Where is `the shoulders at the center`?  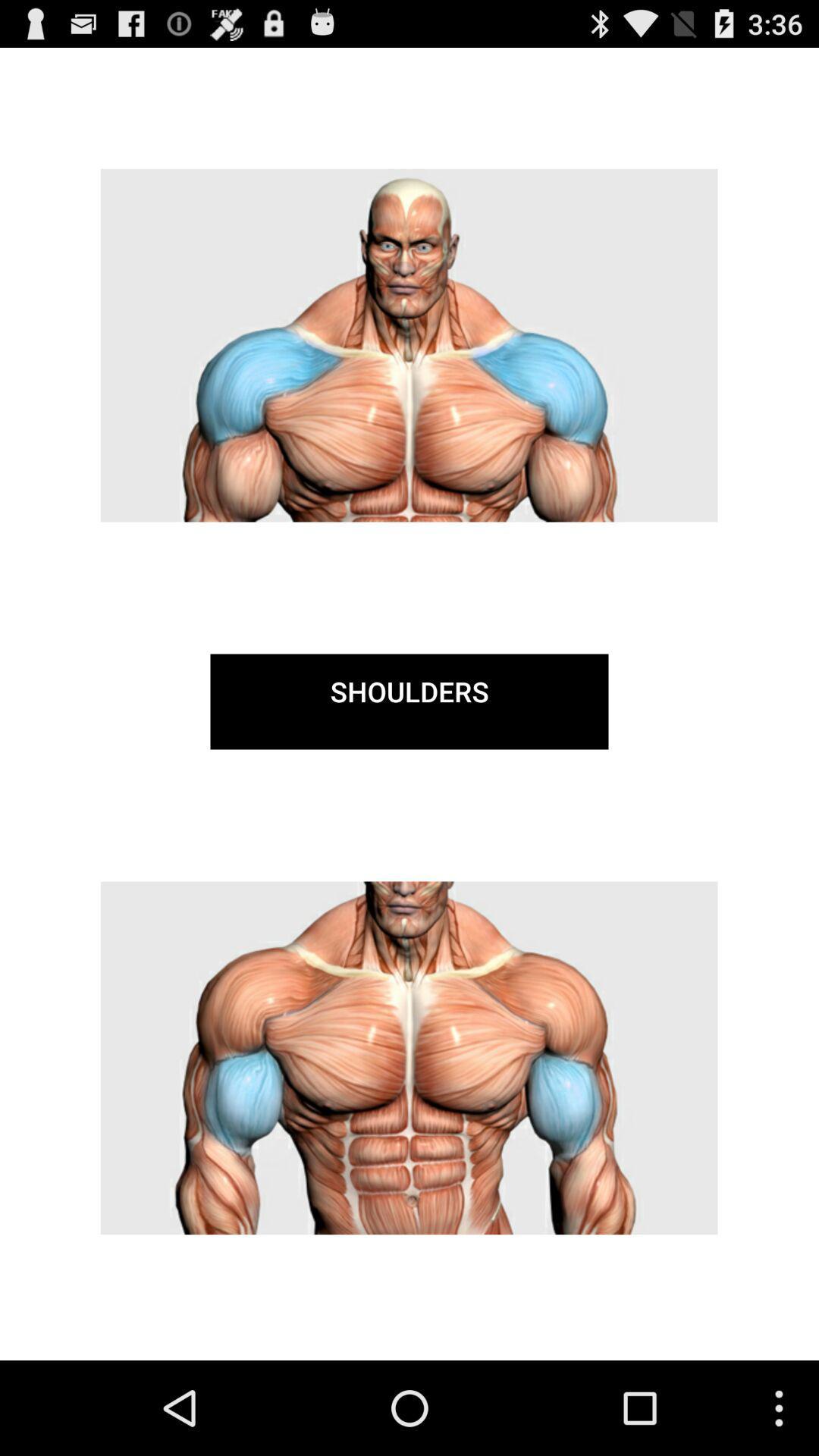 the shoulders at the center is located at coordinates (409, 701).